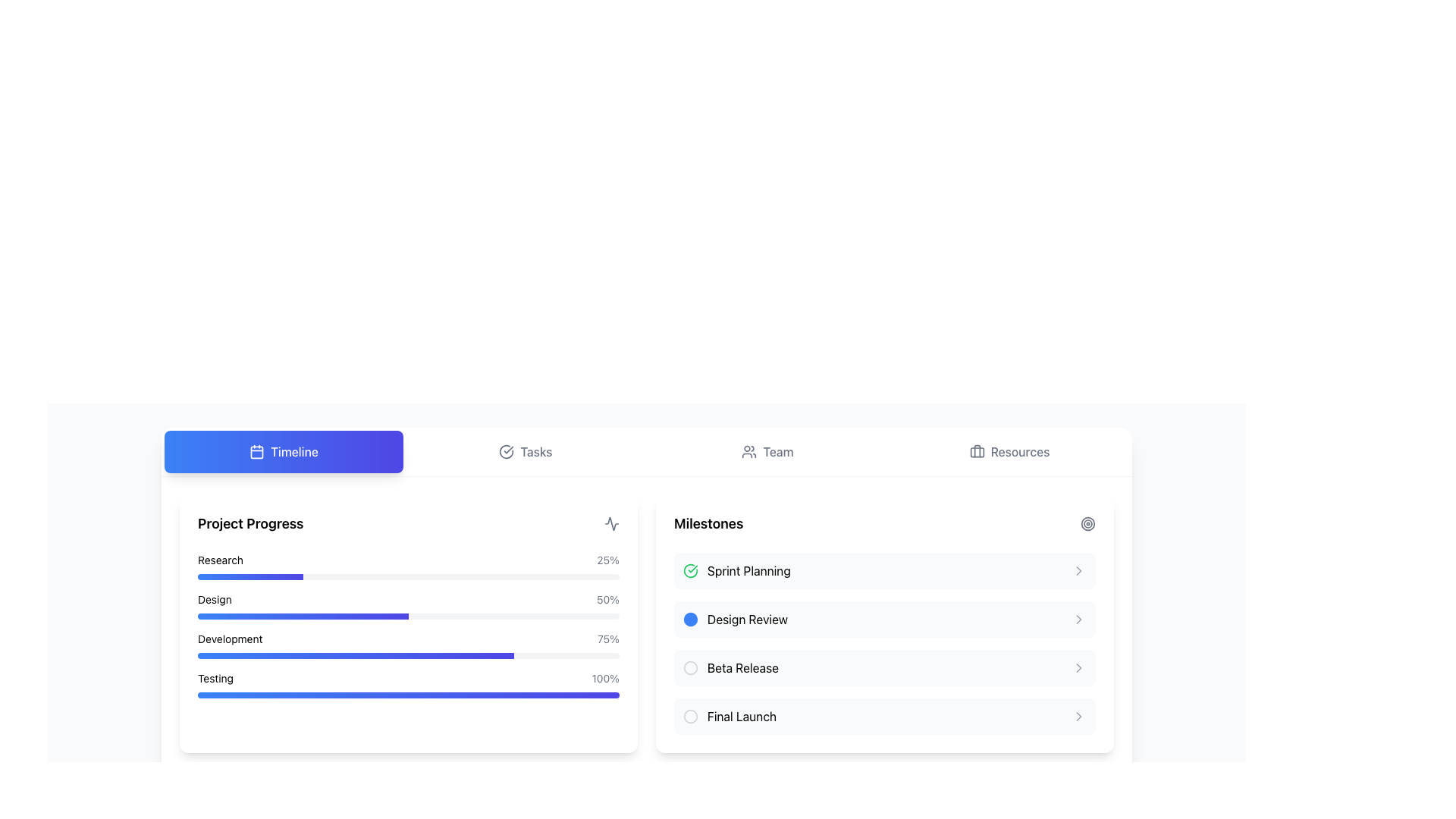 This screenshot has width=1456, height=819. What do you see at coordinates (708, 522) in the screenshot?
I see `text displayed in the 'Milestones' text label, which is bold and larger in font size, located at the top-right quadrant of the interface` at bounding box center [708, 522].